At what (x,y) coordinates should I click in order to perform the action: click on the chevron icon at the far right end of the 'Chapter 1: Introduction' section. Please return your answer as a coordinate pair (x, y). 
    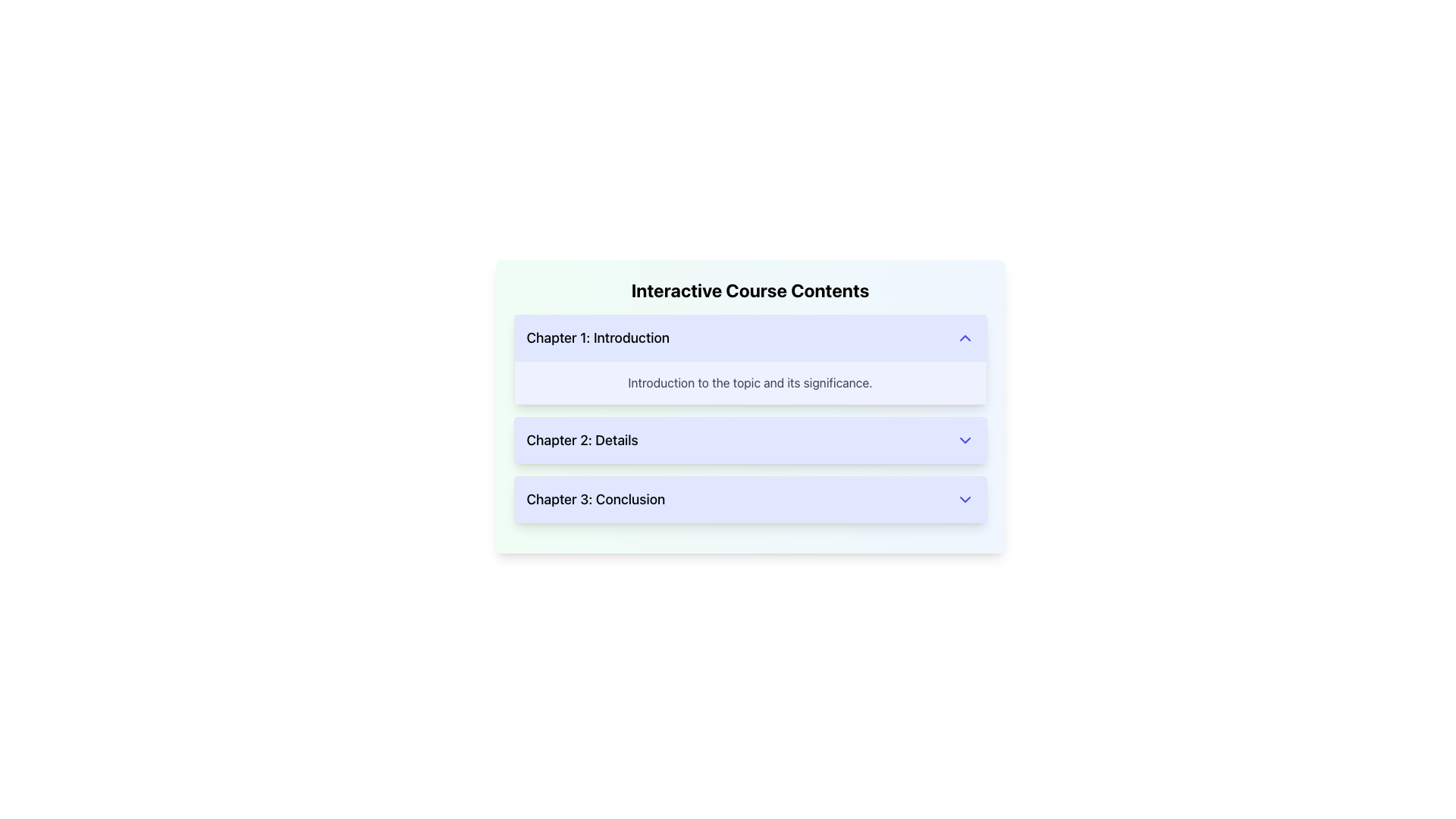
    Looking at the image, I should click on (964, 337).